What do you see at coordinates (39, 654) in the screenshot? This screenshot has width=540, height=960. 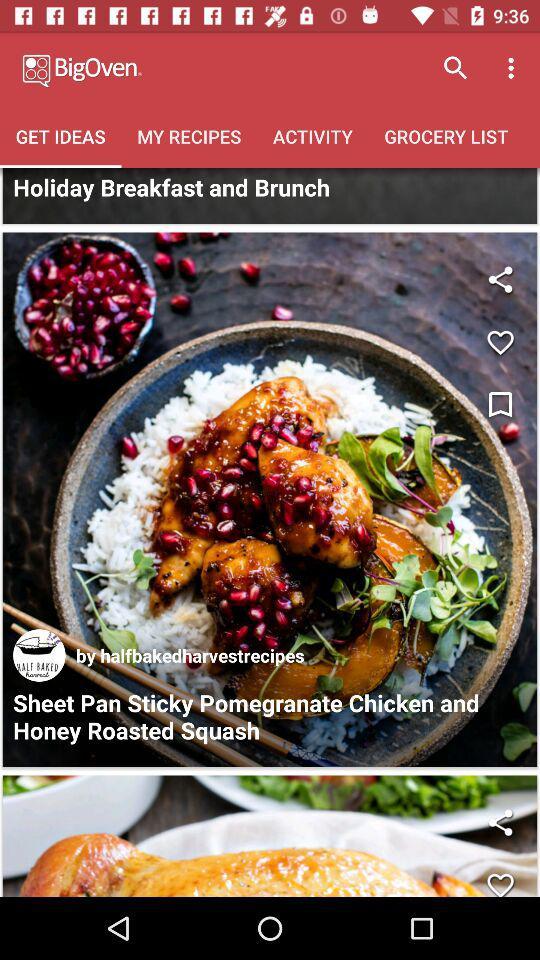 I see `the icon at the bottom left corner` at bounding box center [39, 654].